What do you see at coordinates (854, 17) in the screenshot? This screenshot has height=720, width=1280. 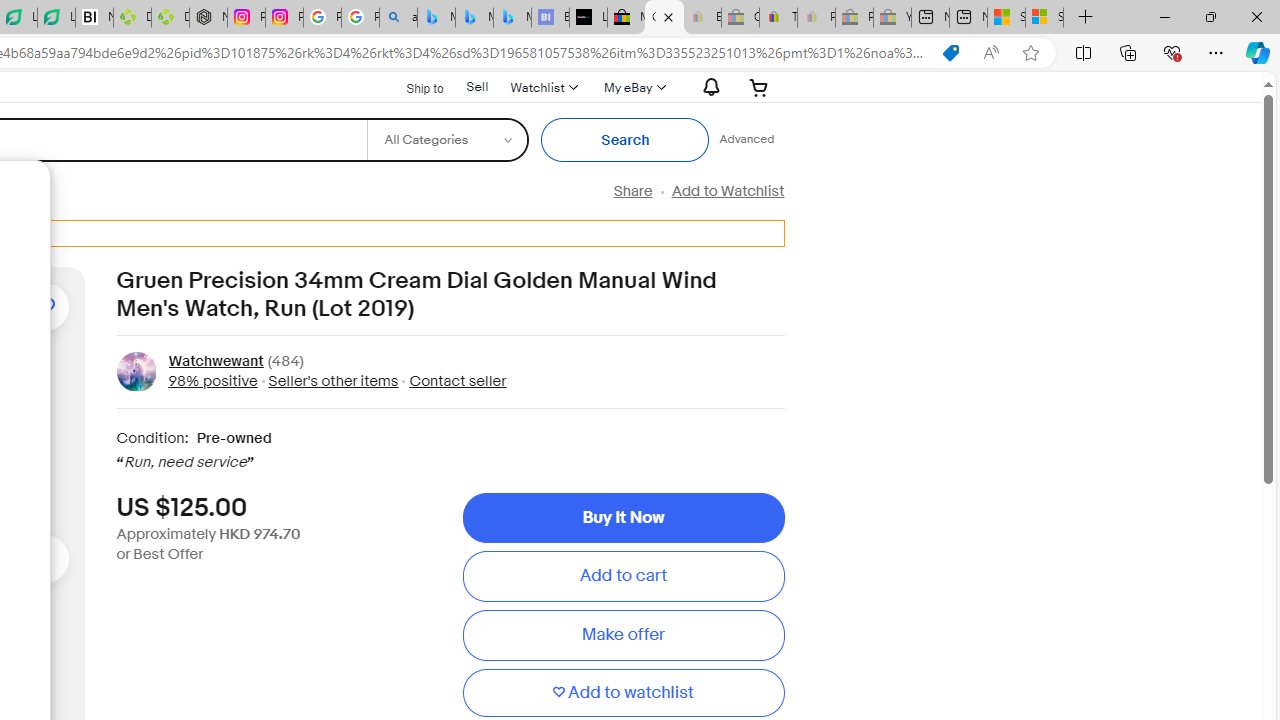 I see `'Press Room - eBay Inc. - Sleeping'` at bounding box center [854, 17].